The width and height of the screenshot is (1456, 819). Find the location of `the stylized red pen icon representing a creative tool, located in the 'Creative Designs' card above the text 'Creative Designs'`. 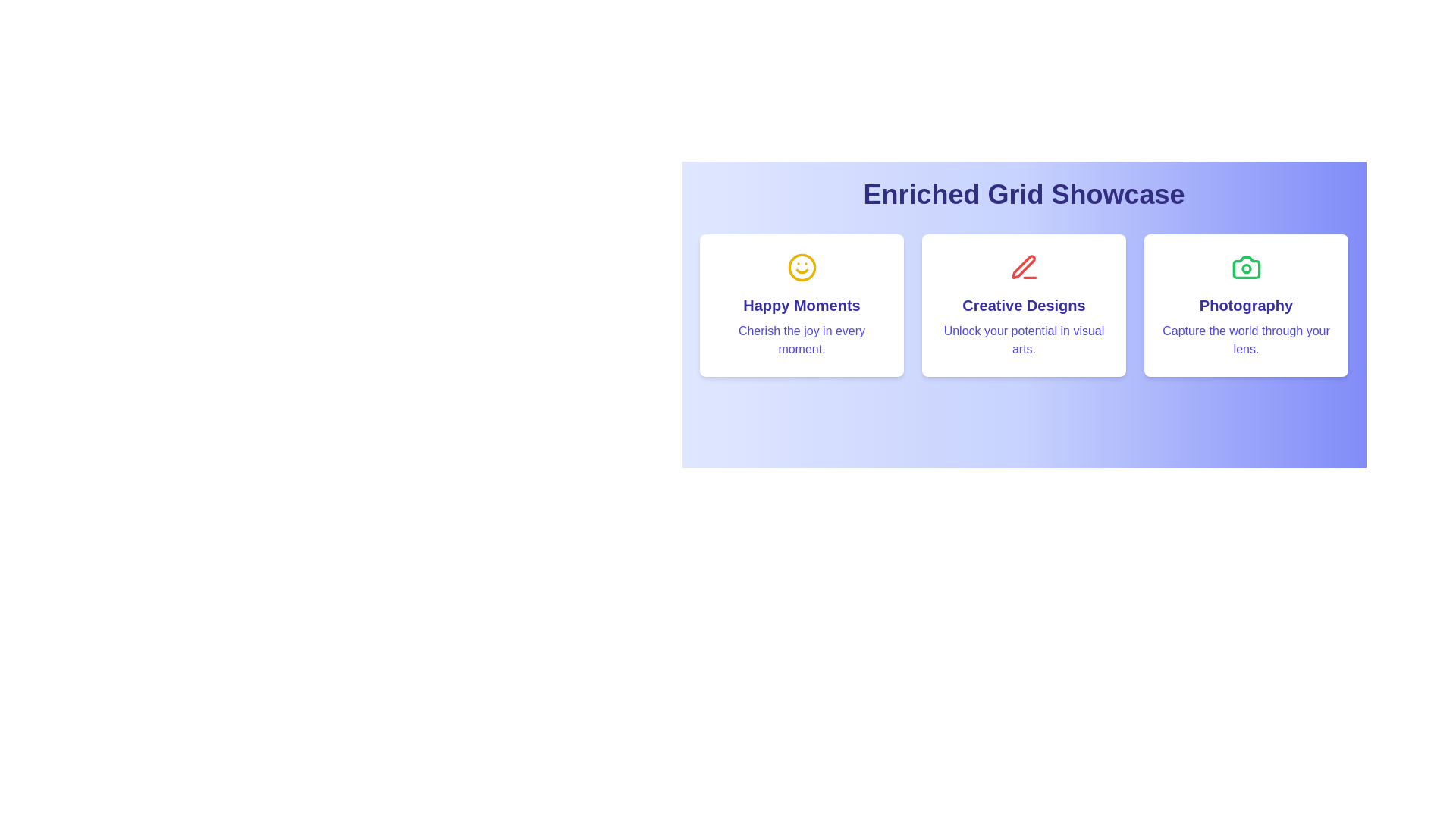

the stylized red pen icon representing a creative tool, located in the 'Creative Designs' card above the text 'Creative Designs' is located at coordinates (1024, 267).